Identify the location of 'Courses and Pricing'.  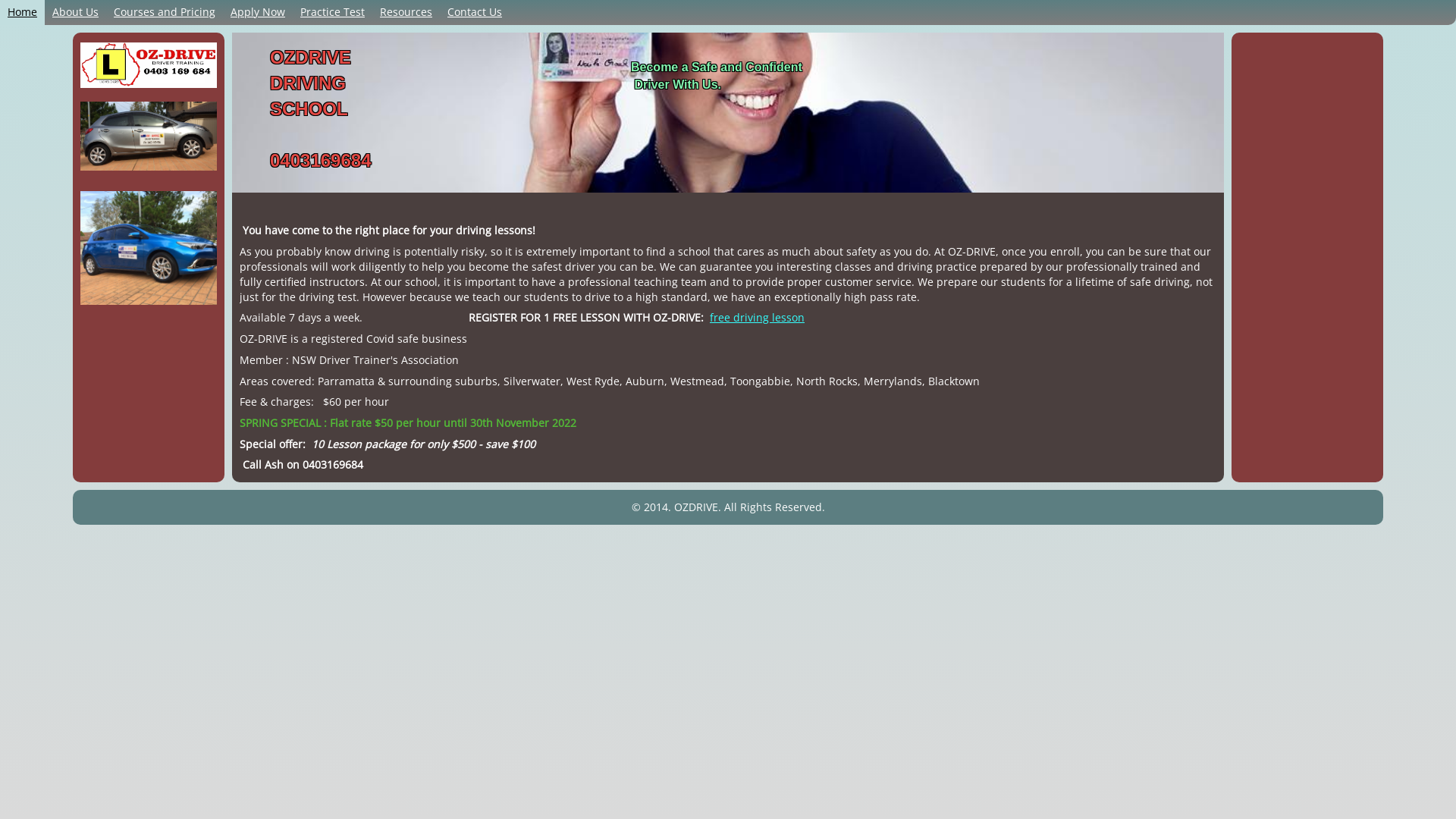
(164, 12).